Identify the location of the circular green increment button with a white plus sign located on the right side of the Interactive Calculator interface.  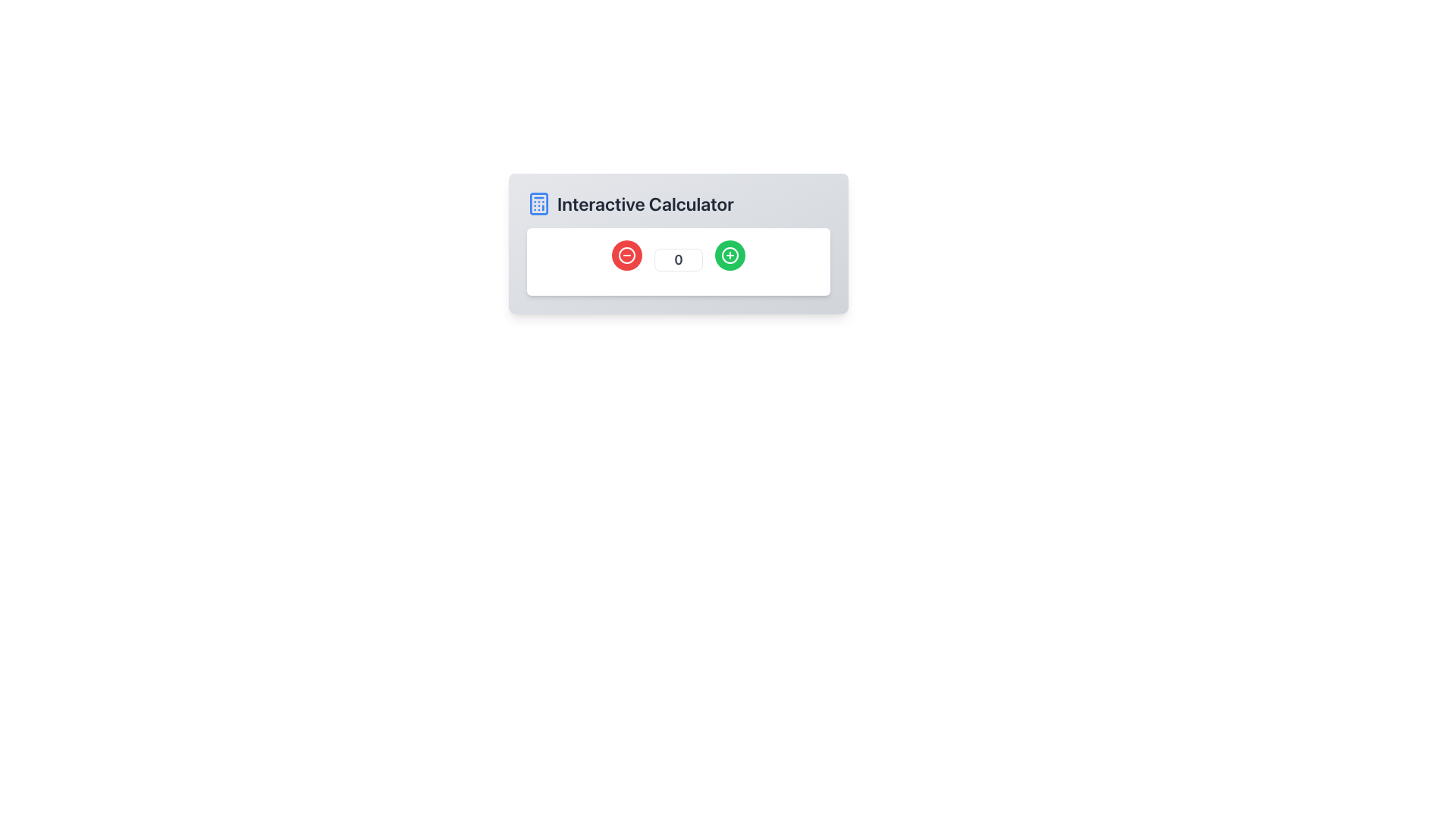
(730, 254).